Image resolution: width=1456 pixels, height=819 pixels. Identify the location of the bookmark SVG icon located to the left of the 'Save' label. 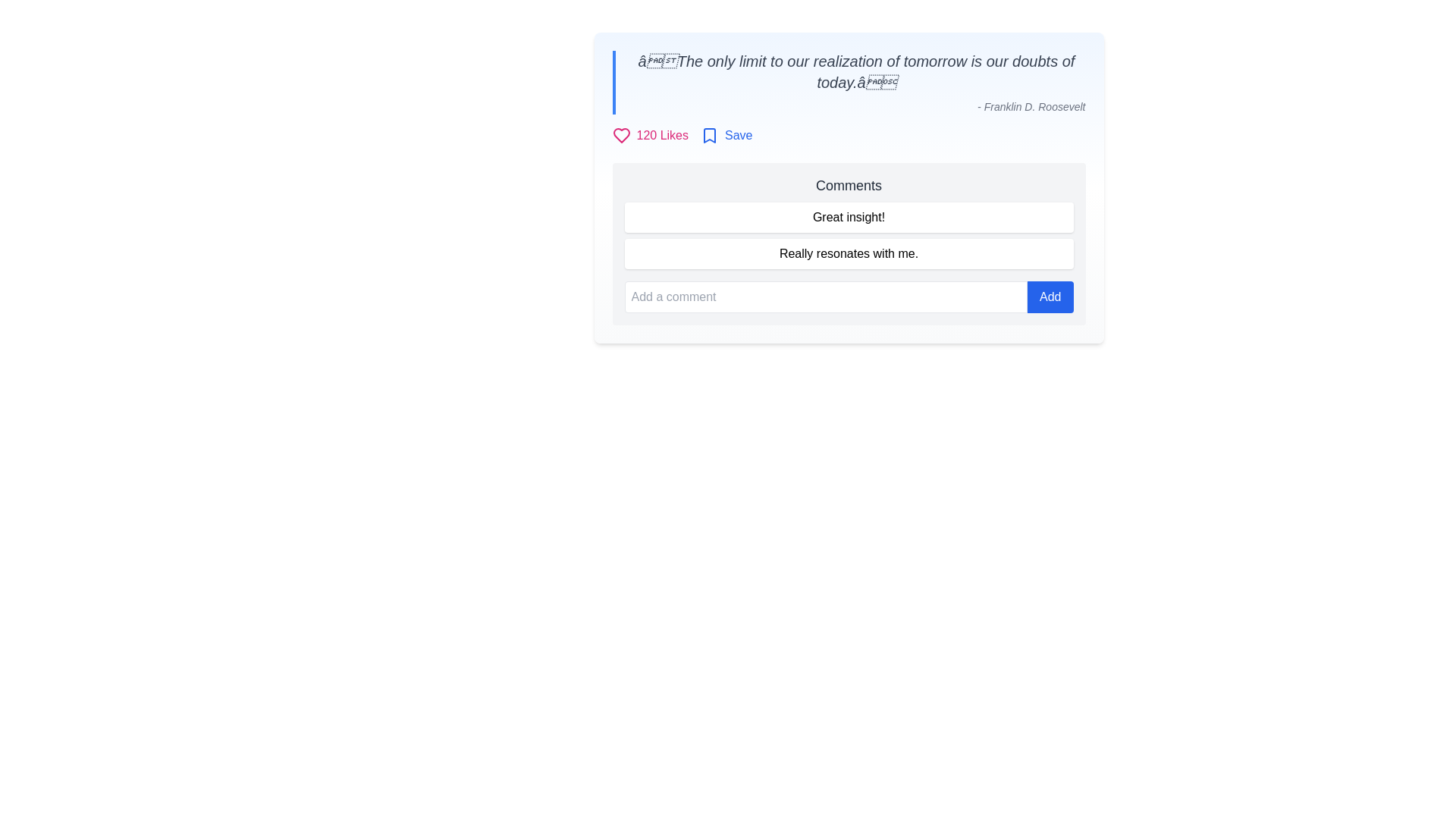
(709, 134).